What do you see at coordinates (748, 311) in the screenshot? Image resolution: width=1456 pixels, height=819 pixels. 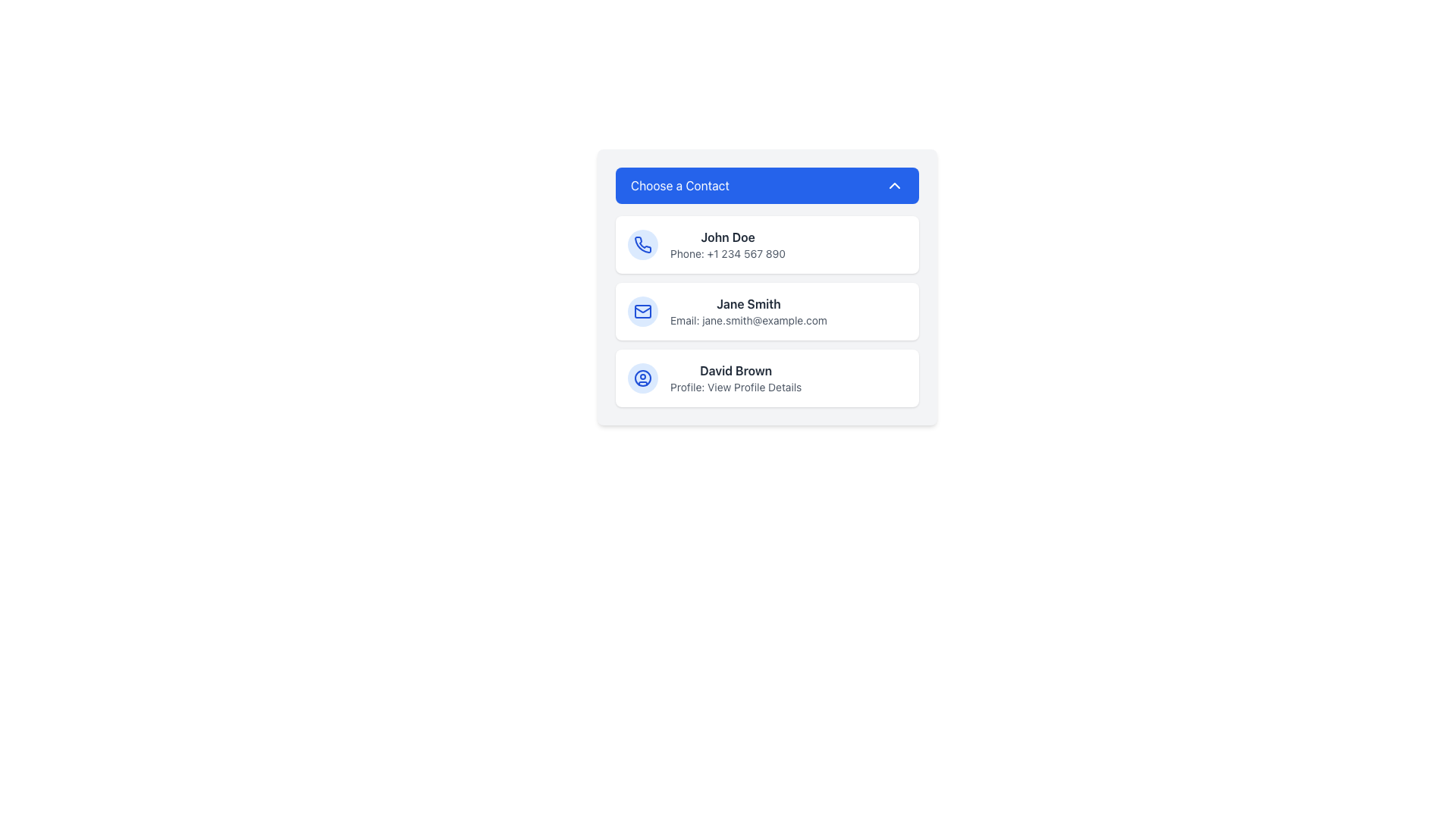 I see `the contact information text block displaying 'Jane Smith' and 'Email: jane.smith@example.com'` at bounding box center [748, 311].